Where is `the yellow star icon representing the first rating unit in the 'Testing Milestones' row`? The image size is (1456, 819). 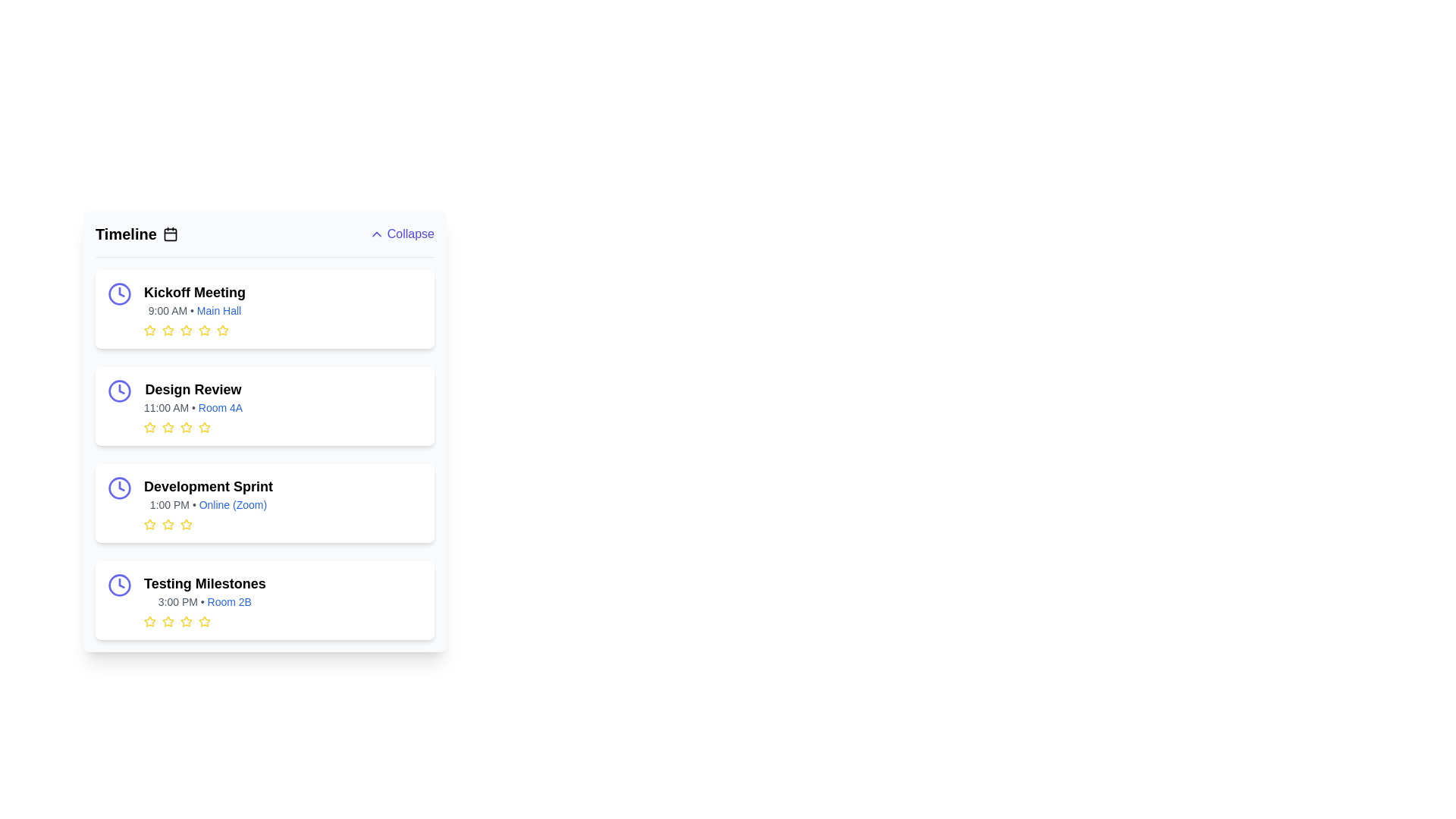 the yellow star icon representing the first rating unit in the 'Testing Milestones' row is located at coordinates (149, 622).